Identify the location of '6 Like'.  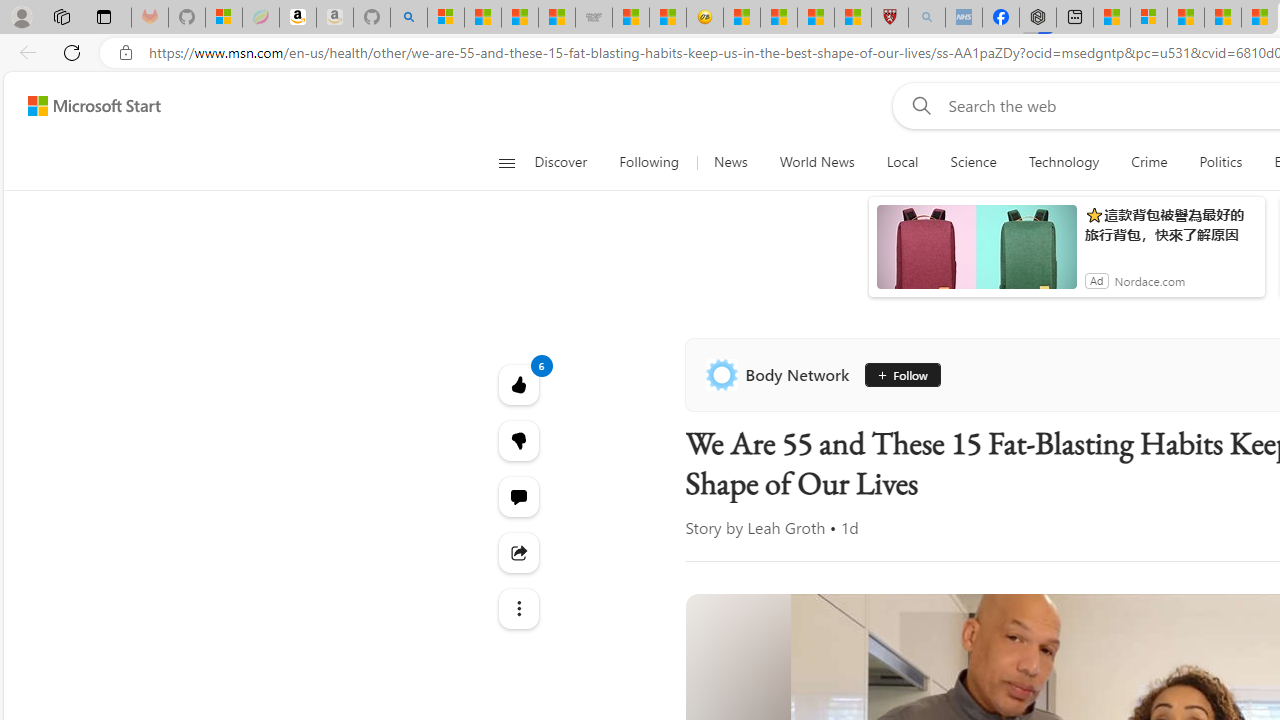
(518, 384).